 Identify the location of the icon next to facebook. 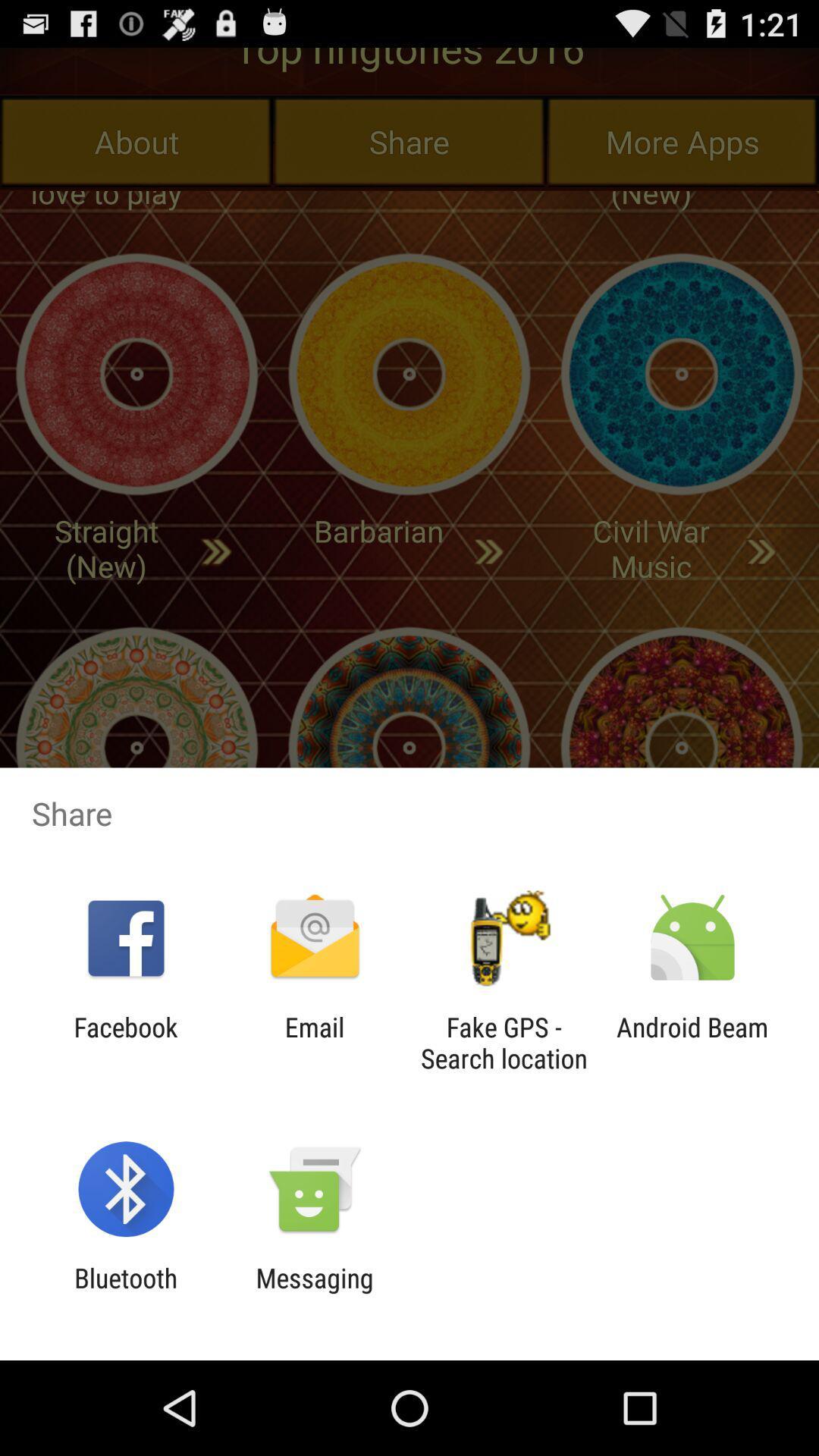
(314, 1042).